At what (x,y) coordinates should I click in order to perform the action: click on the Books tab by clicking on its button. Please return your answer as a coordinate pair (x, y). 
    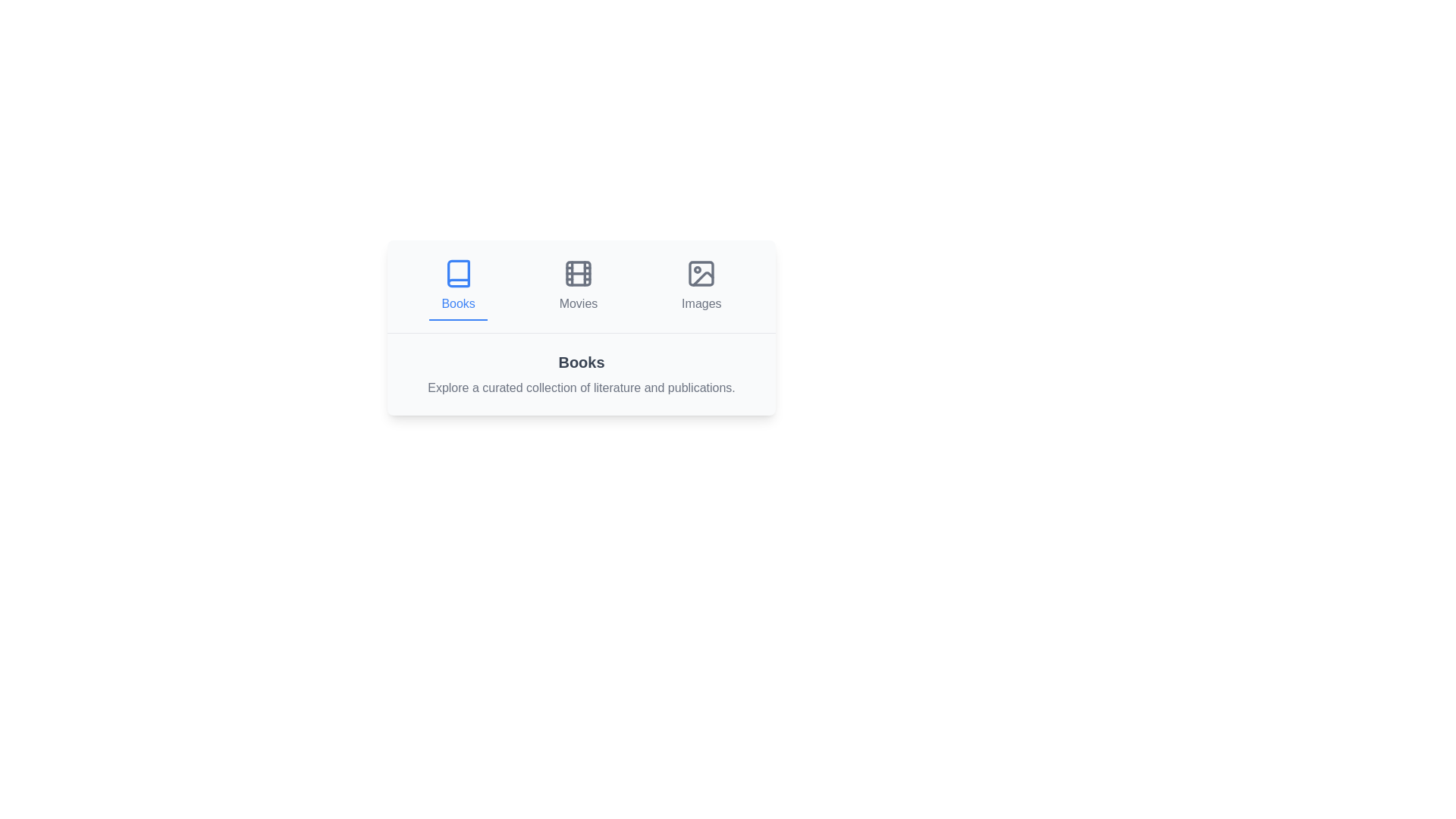
    Looking at the image, I should click on (457, 287).